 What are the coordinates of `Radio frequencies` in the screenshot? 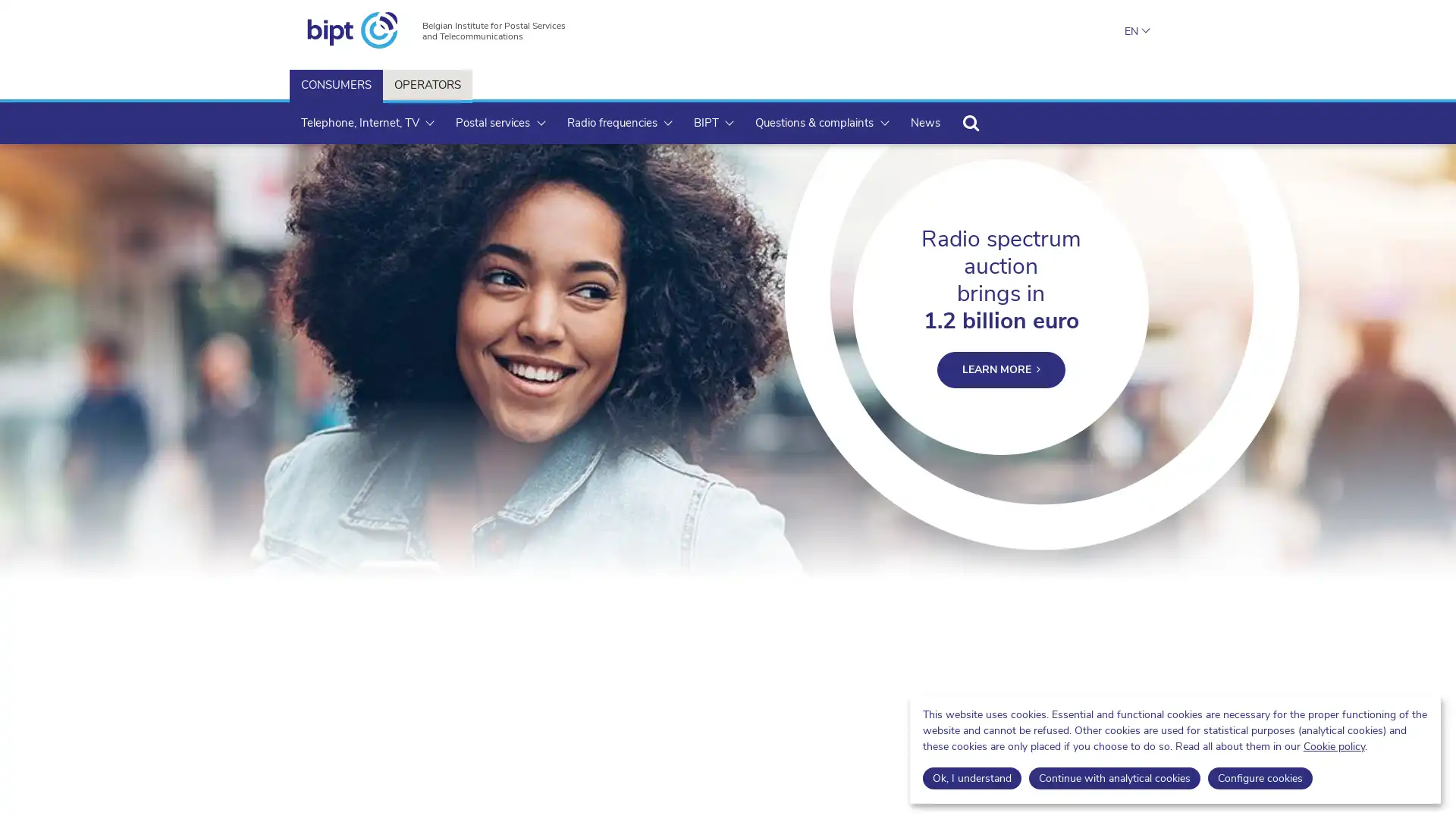 It's located at (619, 122).